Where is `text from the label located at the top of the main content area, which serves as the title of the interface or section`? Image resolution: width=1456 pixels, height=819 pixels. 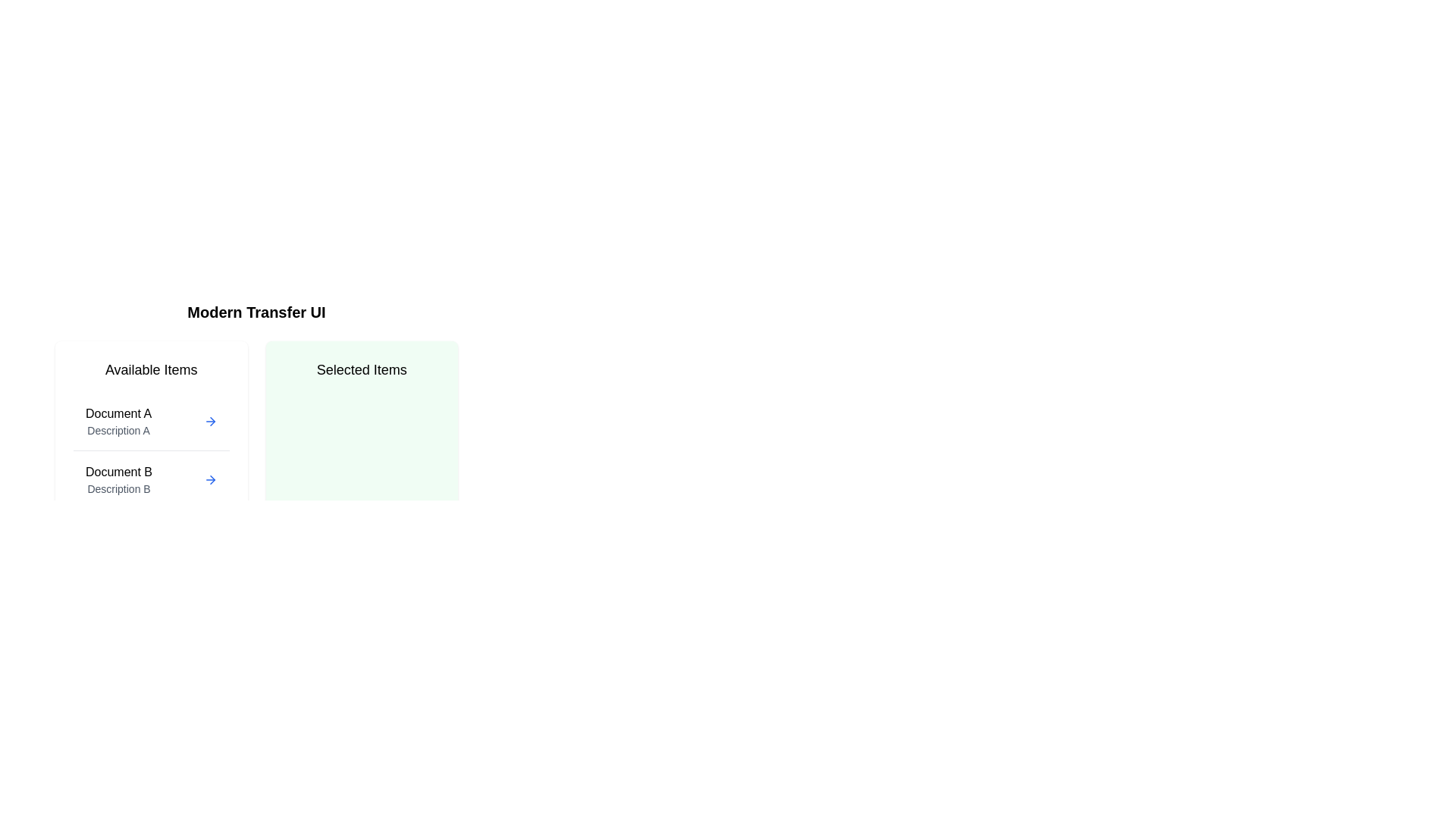
text from the label located at the top of the main content area, which serves as the title of the interface or section is located at coordinates (256, 312).